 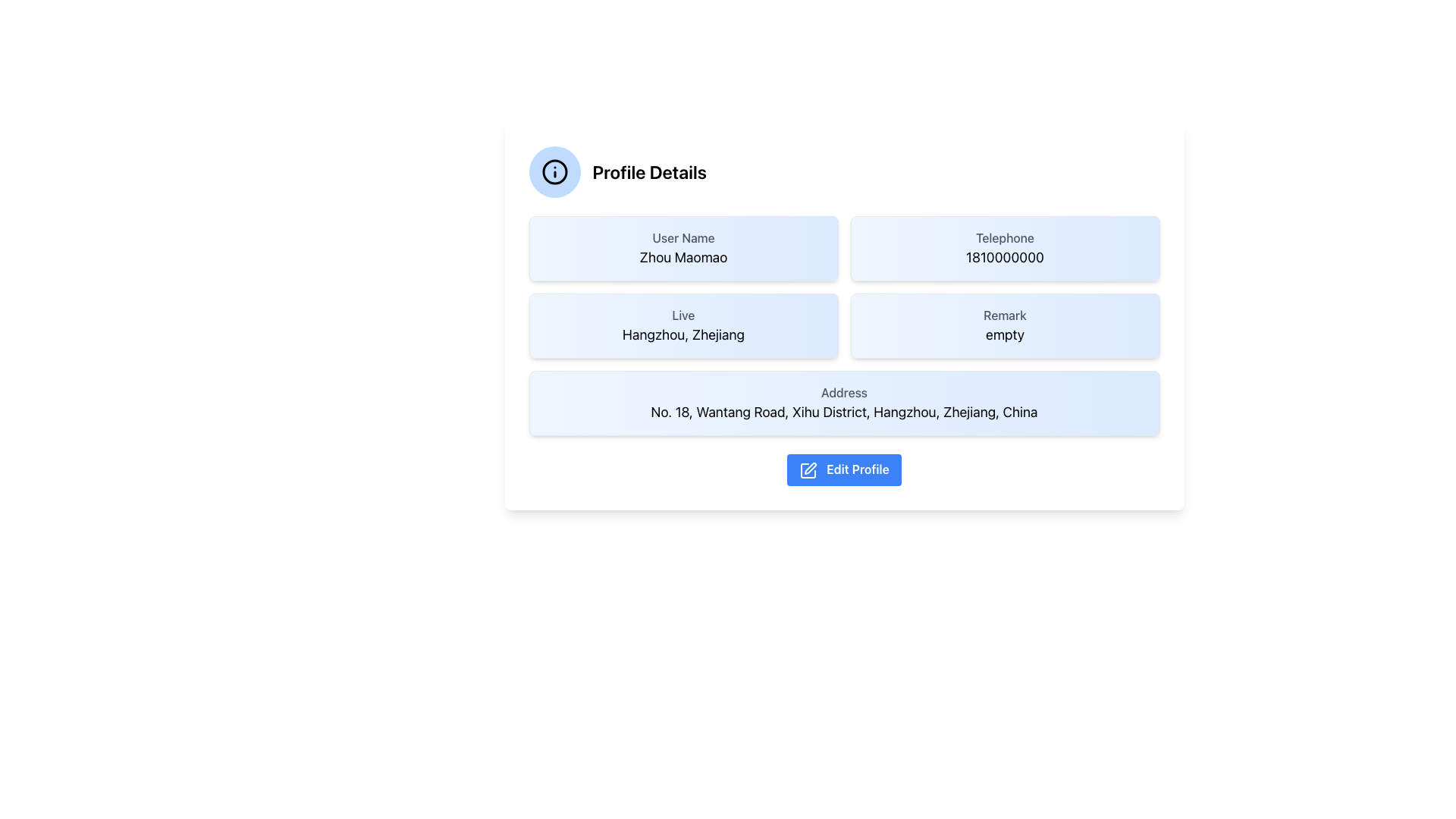 What do you see at coordinates (682, 247) in the screenshot?
I see `the Informational card displaying 'User Name' and 'Zhou Maomao', located in the top-left section of the grid layout` at bounding box center [682, 247].